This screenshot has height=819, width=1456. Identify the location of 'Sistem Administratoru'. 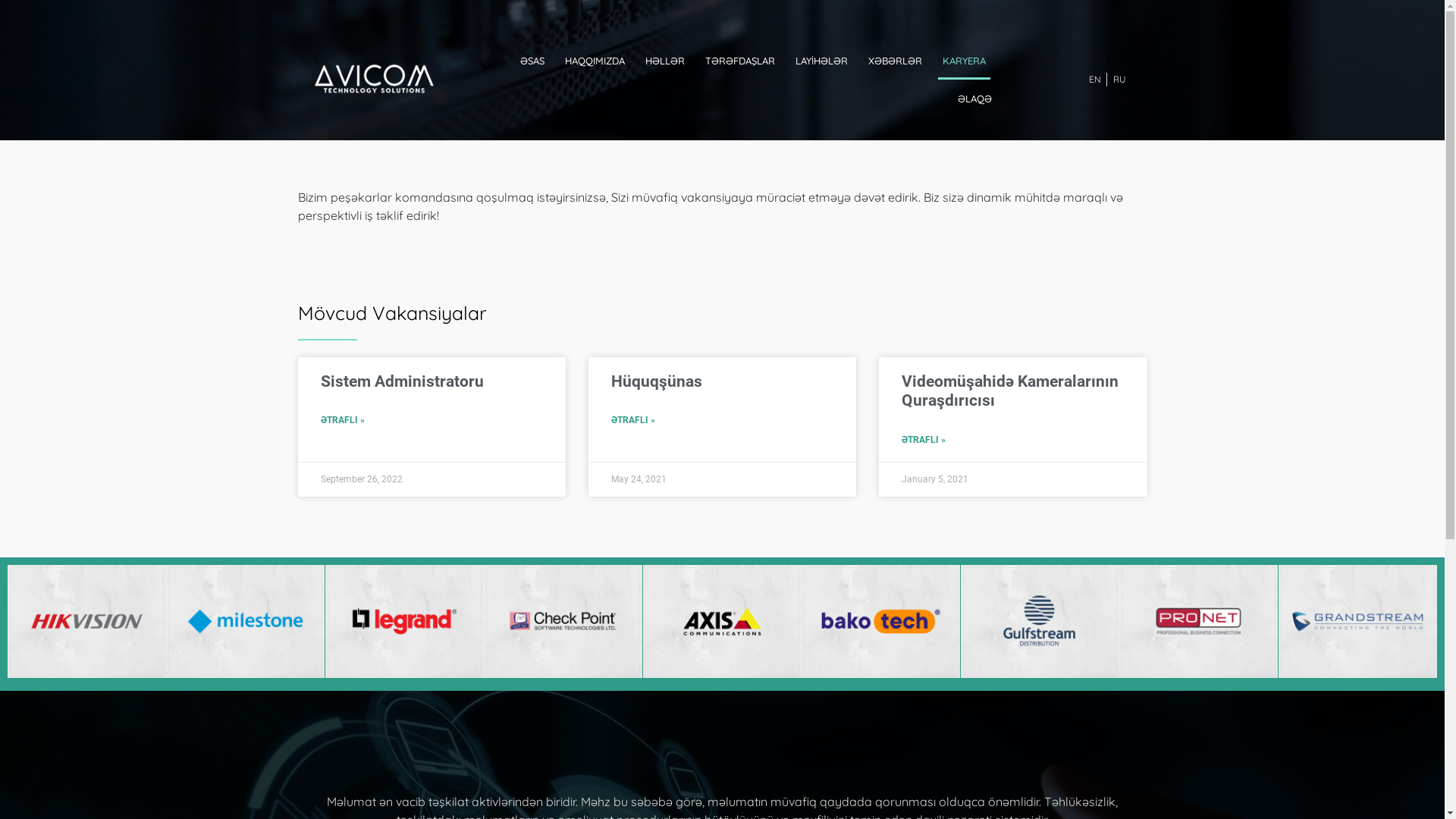
(401, 380).